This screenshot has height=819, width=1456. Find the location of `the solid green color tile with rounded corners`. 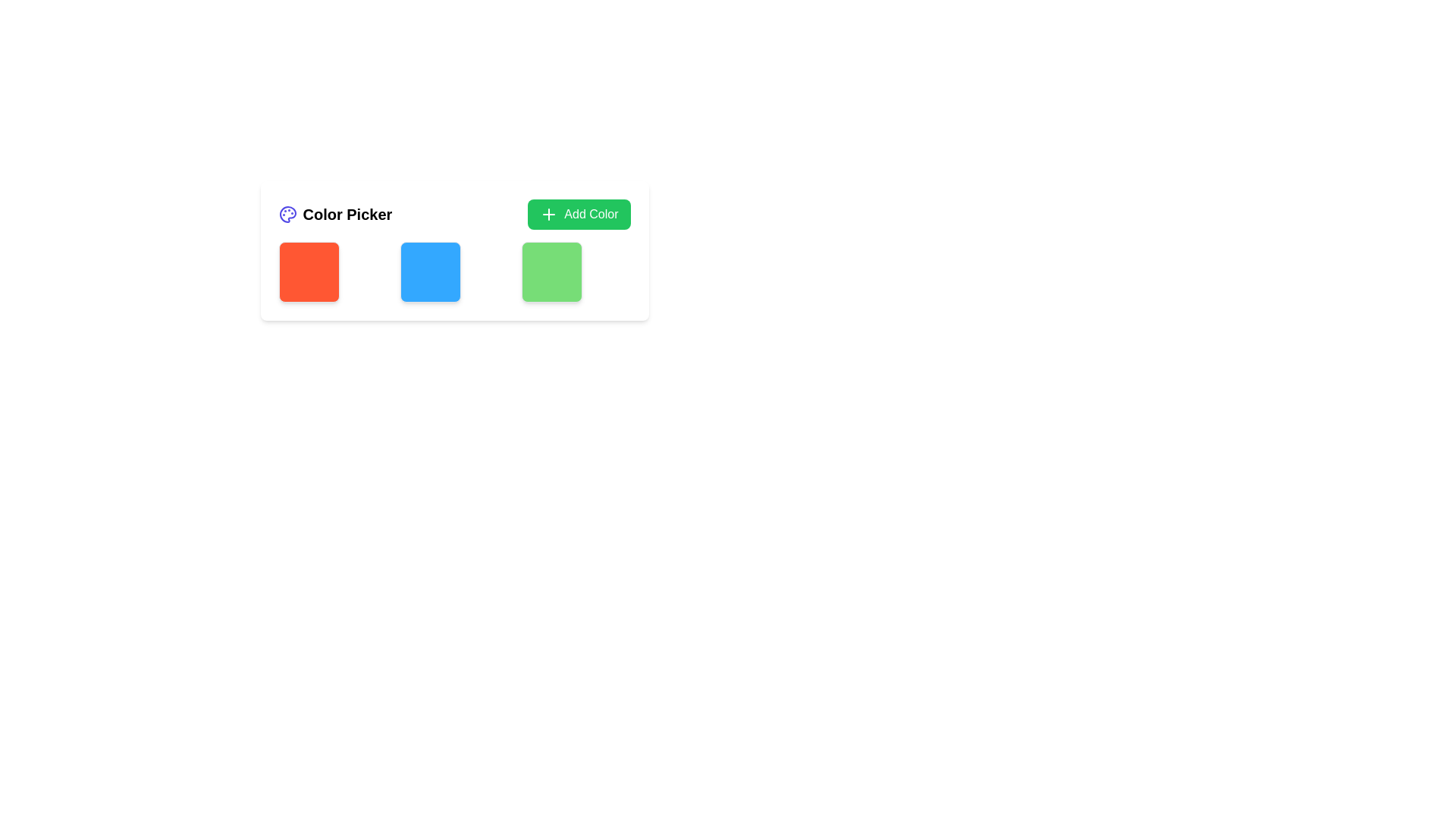

the solid green color tile with rounded corners is located at coordinates (551, 271).